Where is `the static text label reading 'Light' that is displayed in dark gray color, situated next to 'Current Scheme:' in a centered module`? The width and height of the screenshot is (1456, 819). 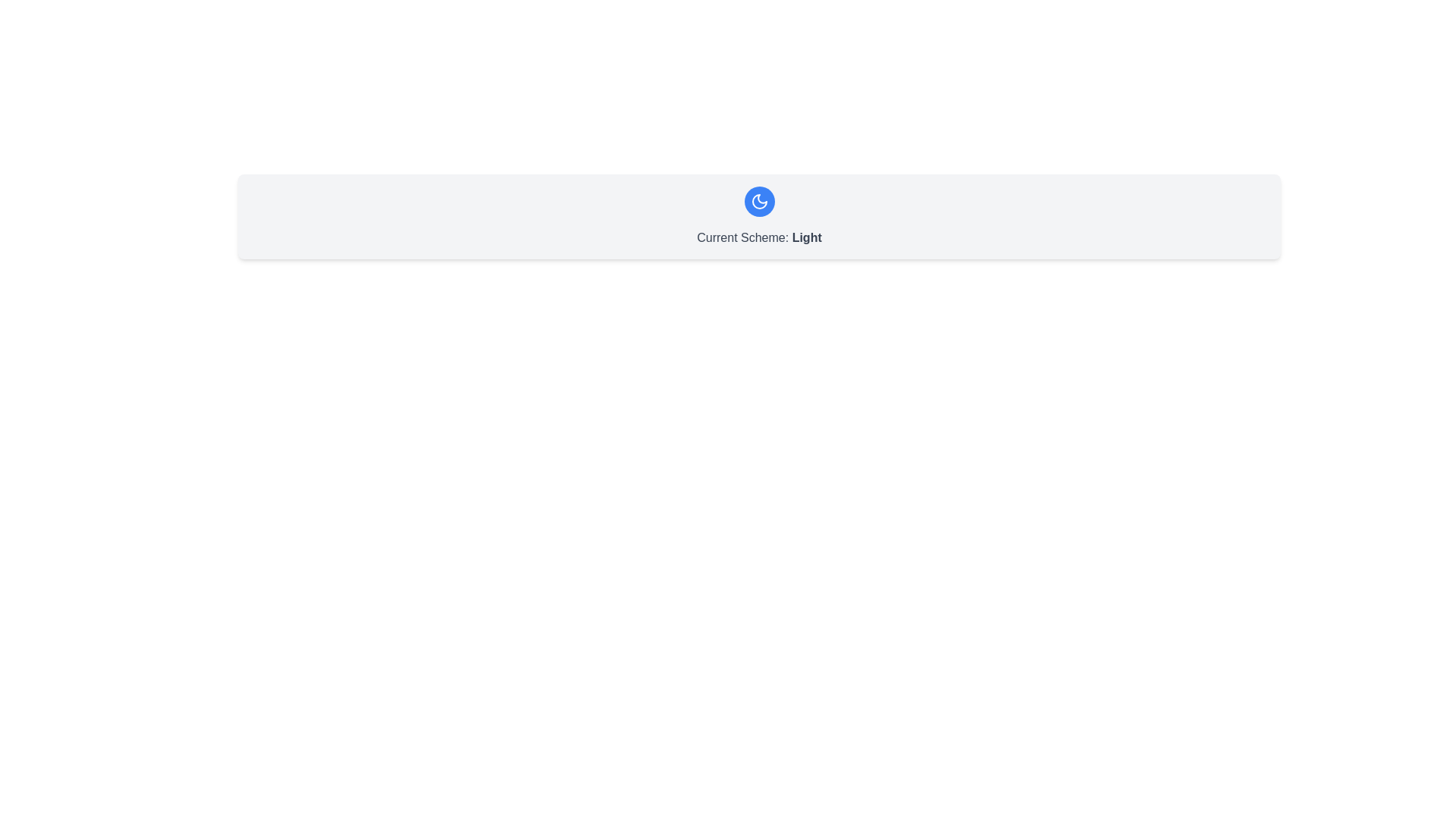 the static text label reading 'Light' that is displayed in dark gray color, situated next to 'Current Scheme:' in a centered module is located at coordinates (806, 237).